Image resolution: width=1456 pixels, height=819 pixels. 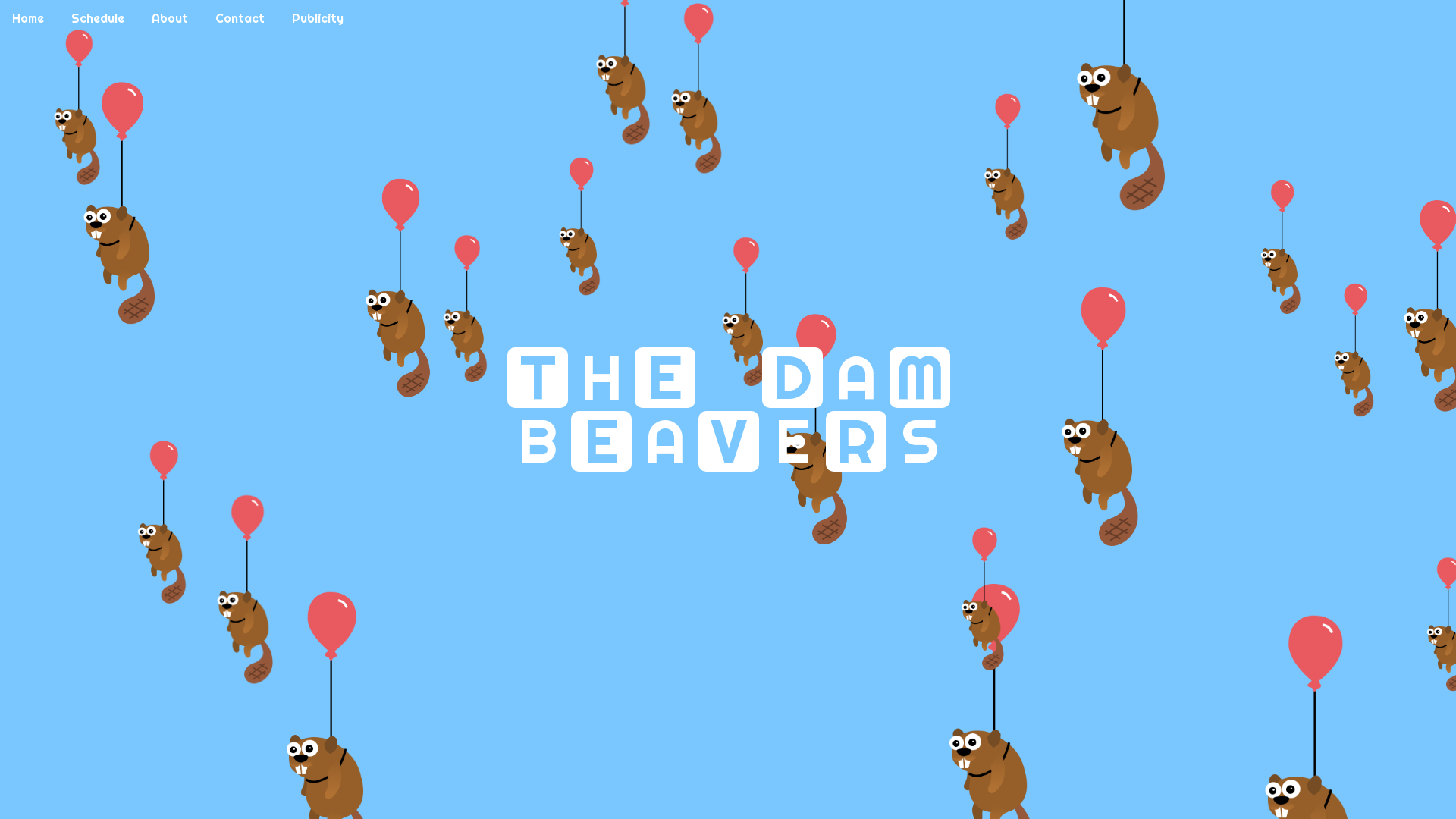 I want to click on 'Schedule', so click(x=97, y=18).